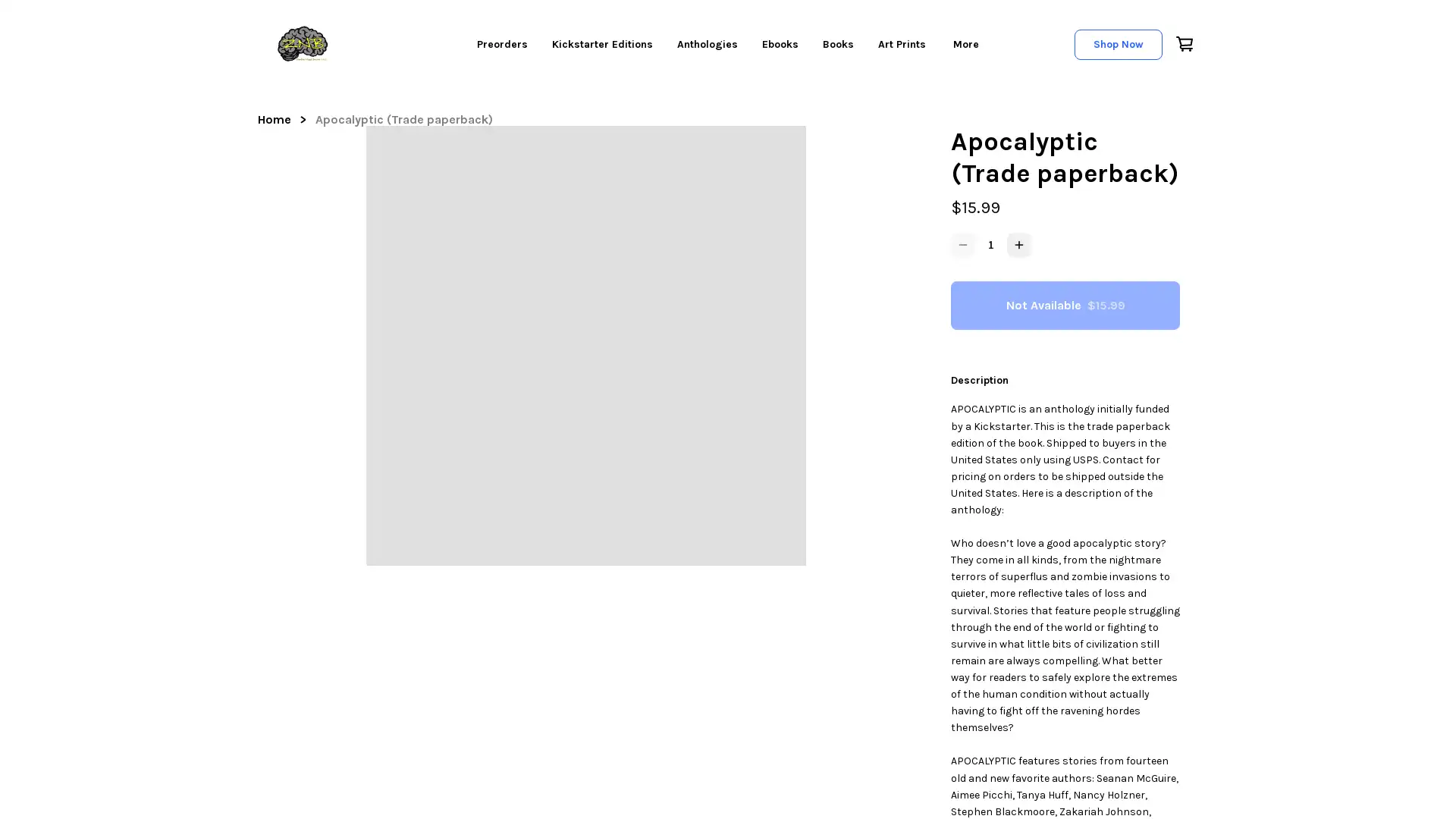  I want to click on Not Available $15.99, so click(1065, 305).